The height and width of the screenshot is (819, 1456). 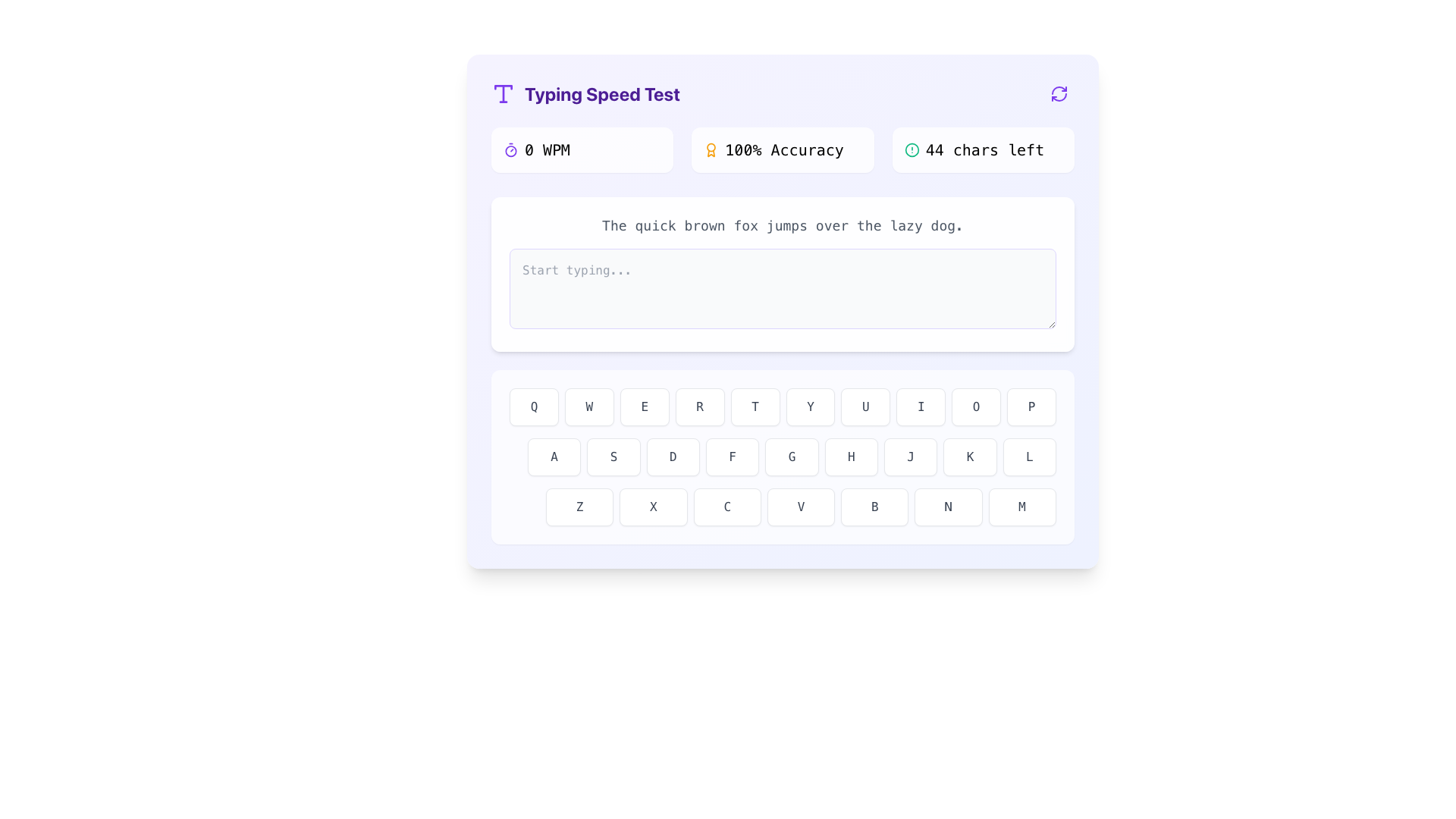 What do you see at coordinates (851, 456) in the screenshot?
I see `the interactive key for the letter 'H' in the virtual keyboard` at bounding box center [851, 456].